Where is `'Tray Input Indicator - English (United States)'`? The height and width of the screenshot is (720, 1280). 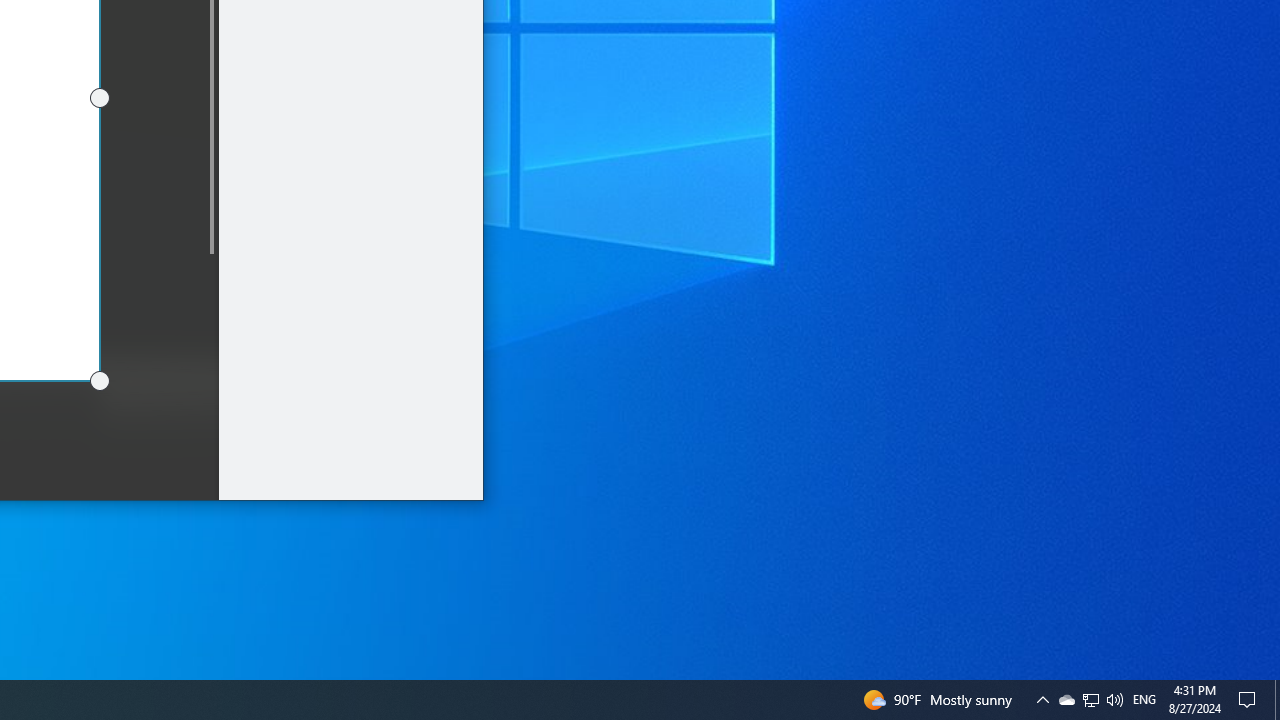
'Tray Input Indicator - English (United States)' is located at coordinates (1144, 698).